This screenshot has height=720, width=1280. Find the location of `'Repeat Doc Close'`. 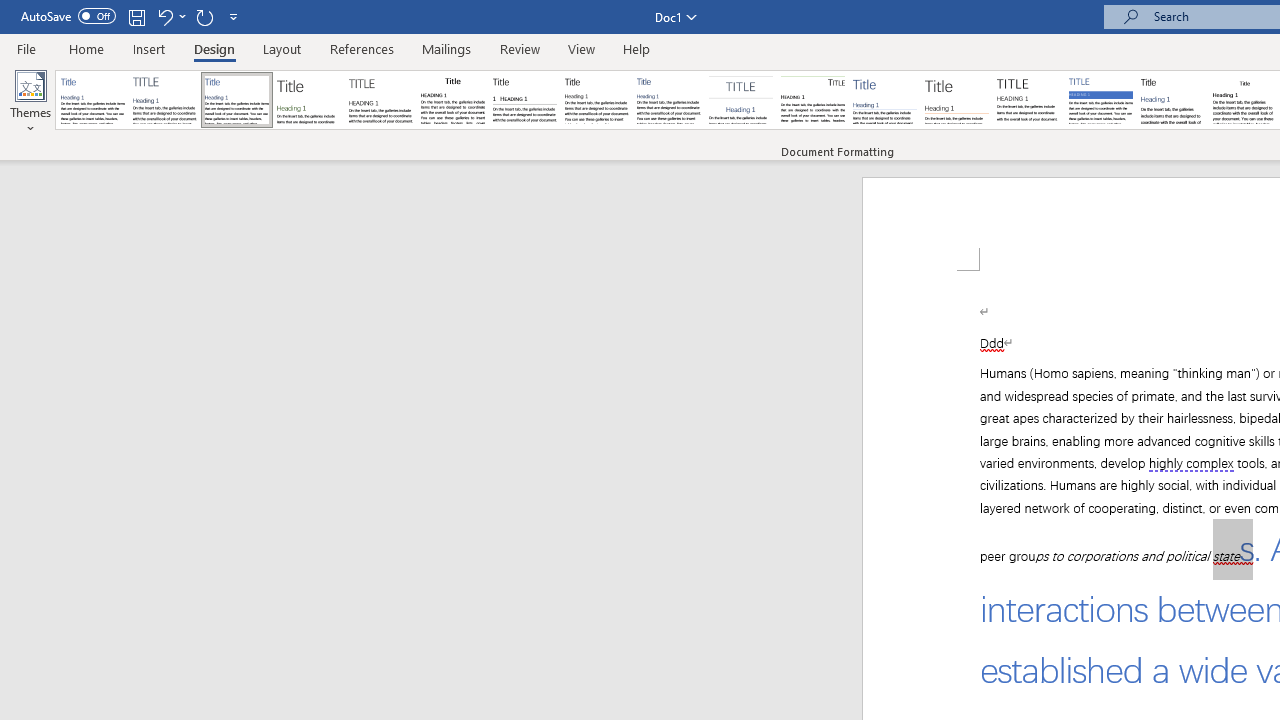

'Repeat Doc Close' is located at coordinates (204, 16).